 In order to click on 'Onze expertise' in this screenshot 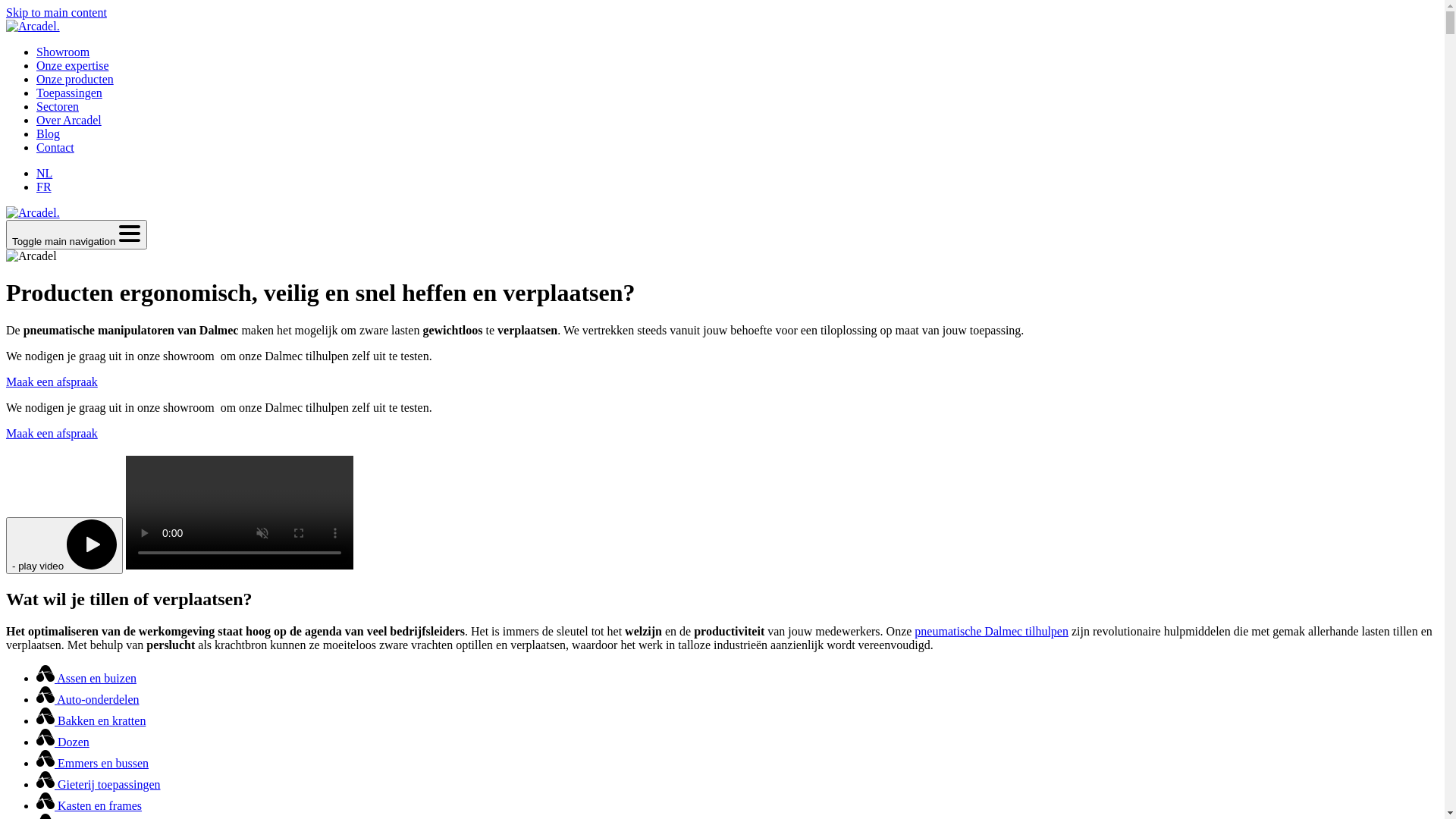, I will do `click(72, 64)`.